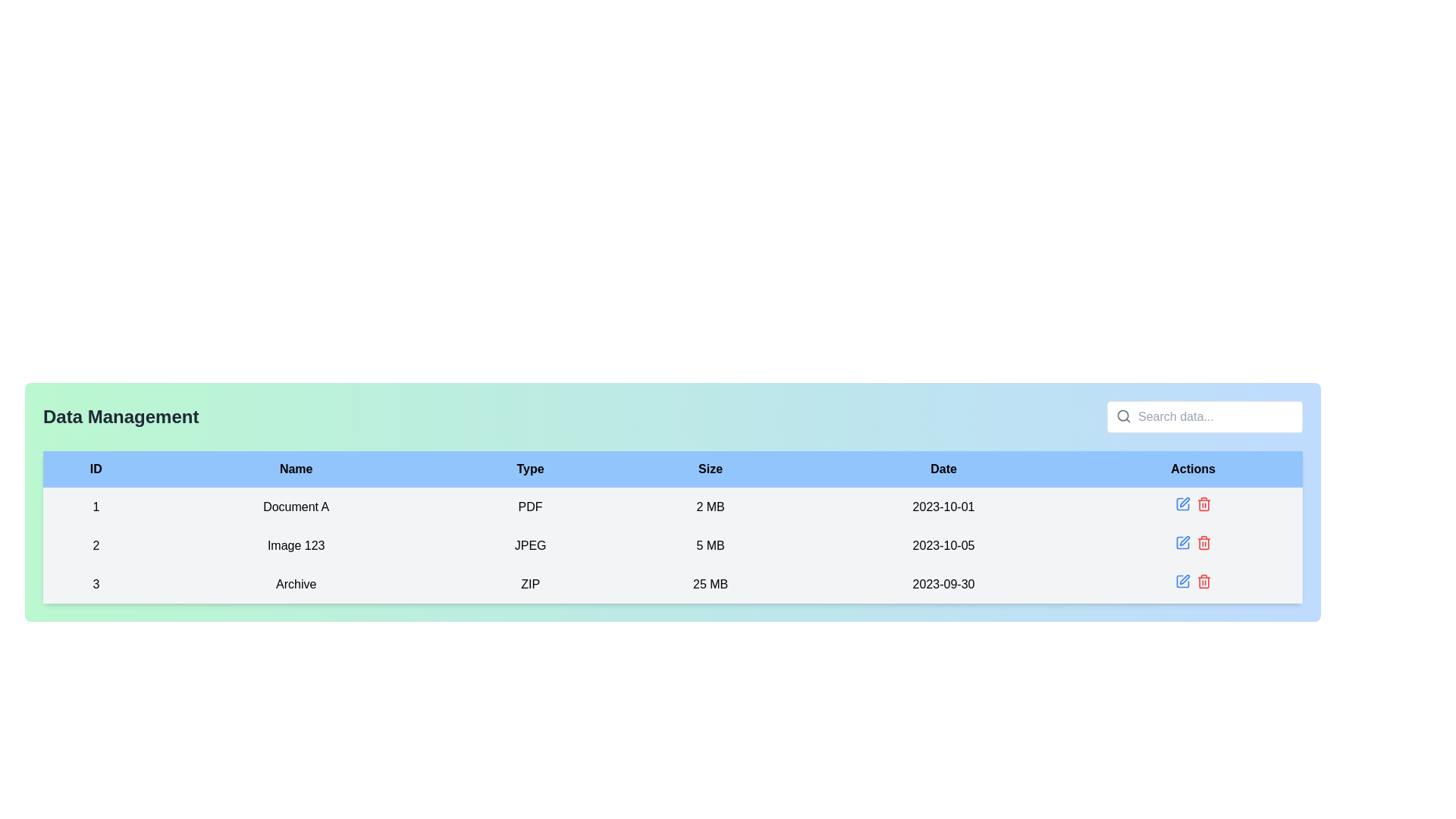 This screenshot has width=1456, height=819. Describe the element at coordinates (530, 468) in the screenshot. I see `the static text element that is the column header labeled 'Type' in the table, positioned as the third header among six, with 'ID' and 'Name' preceding it and 'Size', 'Date', and 'Actions' succeeding it` at that location.